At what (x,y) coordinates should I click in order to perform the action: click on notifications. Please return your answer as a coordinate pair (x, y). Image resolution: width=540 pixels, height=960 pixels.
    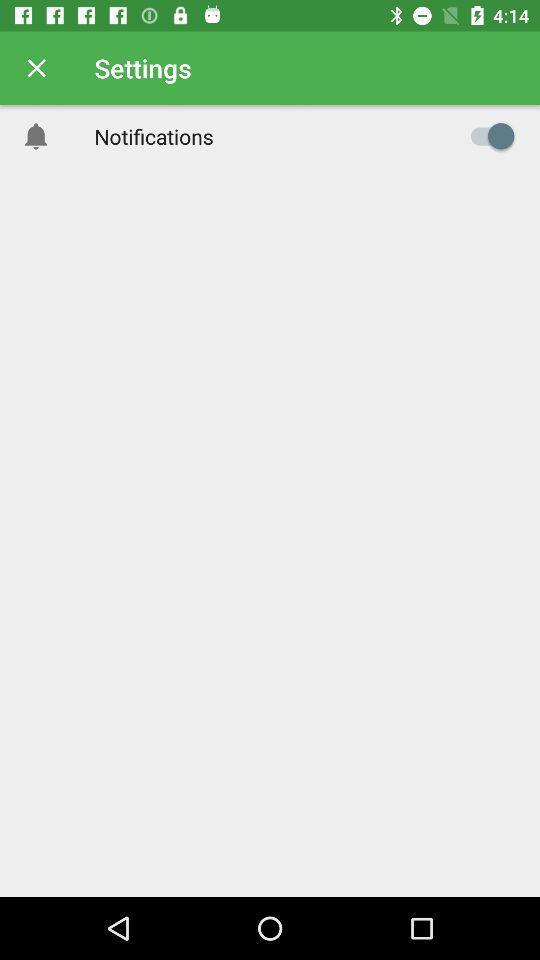
    Looking at the image, I should click on (486, 135).